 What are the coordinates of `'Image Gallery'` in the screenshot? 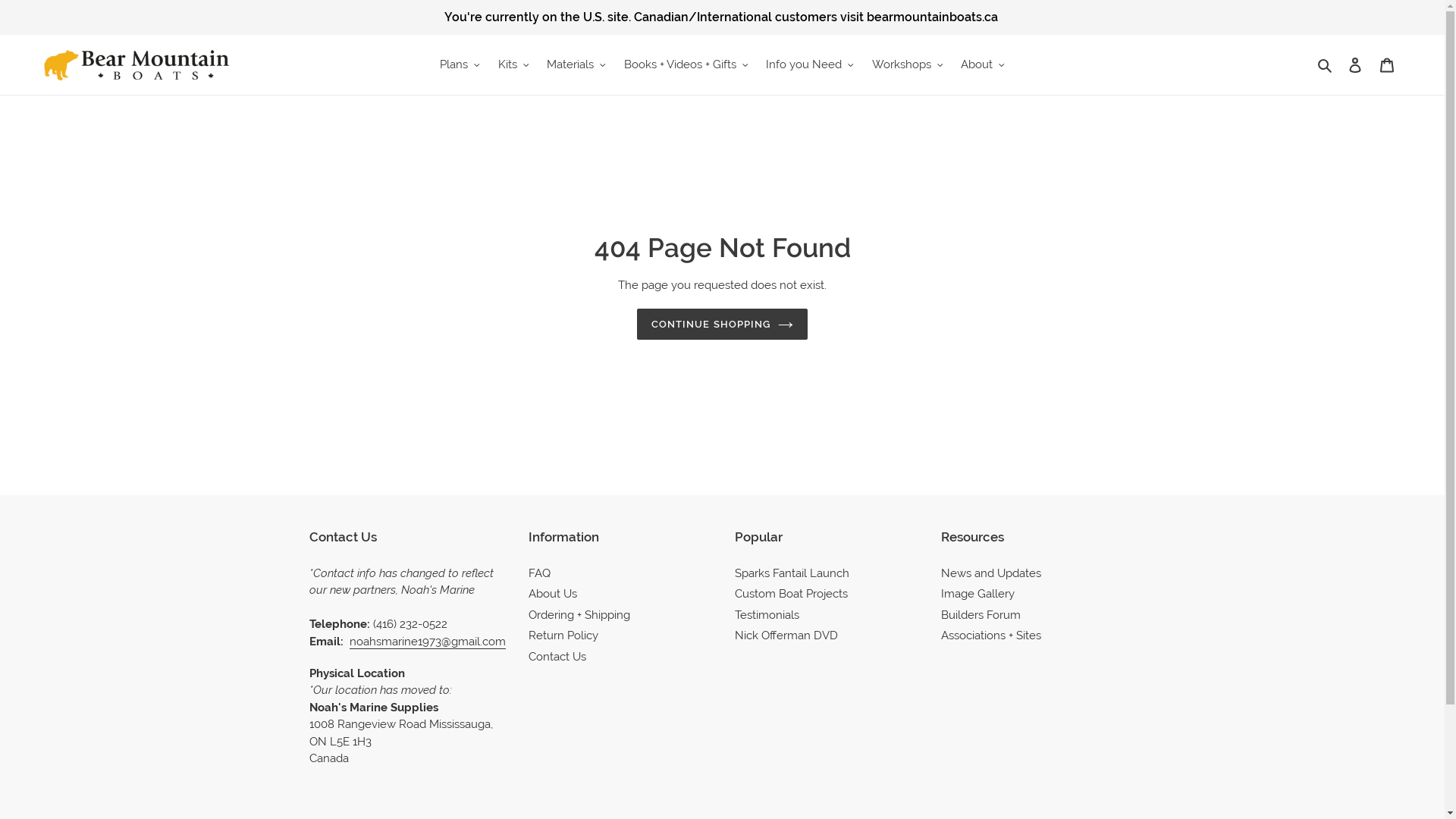 It's located at (977, 593).